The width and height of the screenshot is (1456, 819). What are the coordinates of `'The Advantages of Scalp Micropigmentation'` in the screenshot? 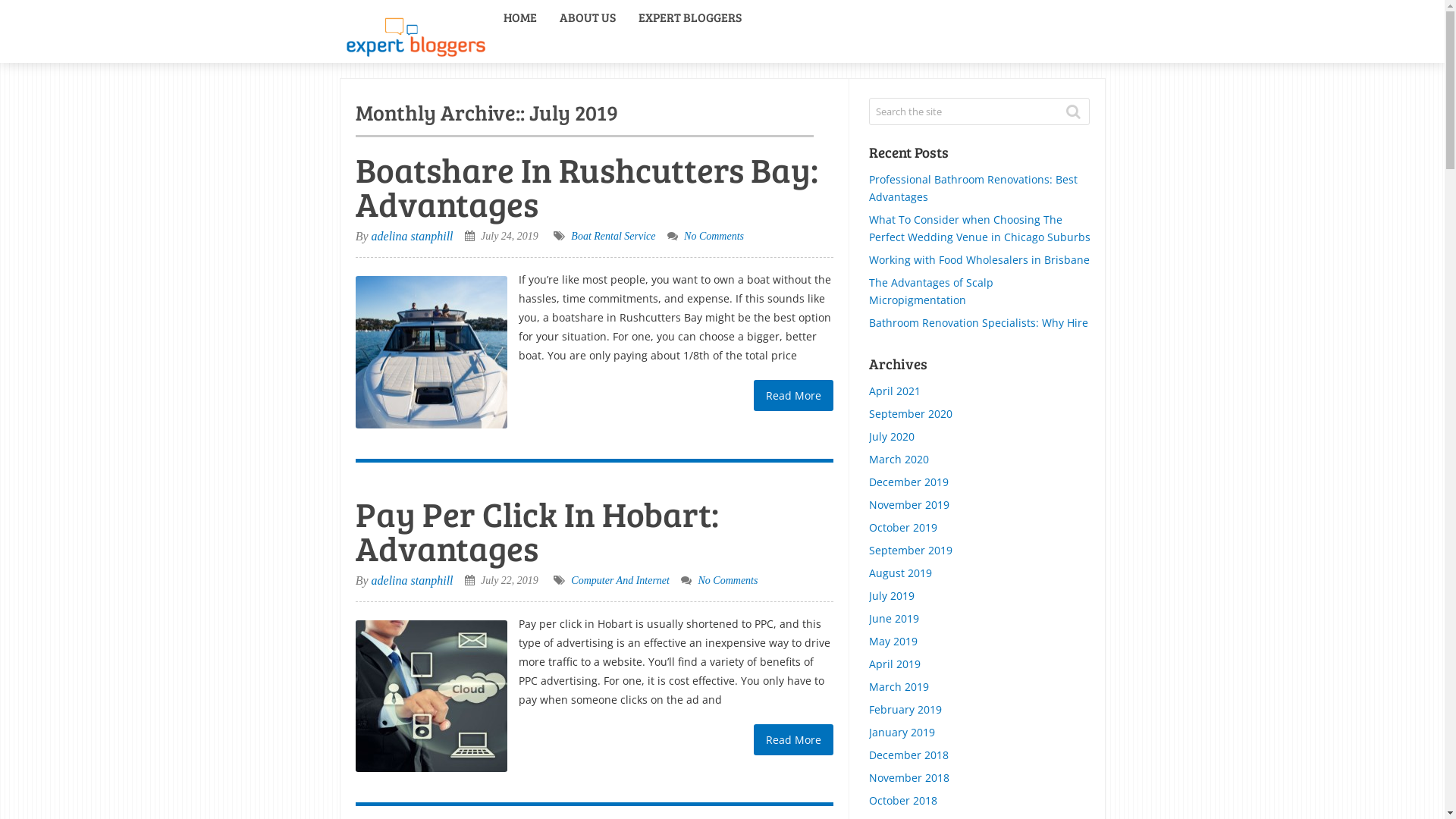 It's located at (930, 291).